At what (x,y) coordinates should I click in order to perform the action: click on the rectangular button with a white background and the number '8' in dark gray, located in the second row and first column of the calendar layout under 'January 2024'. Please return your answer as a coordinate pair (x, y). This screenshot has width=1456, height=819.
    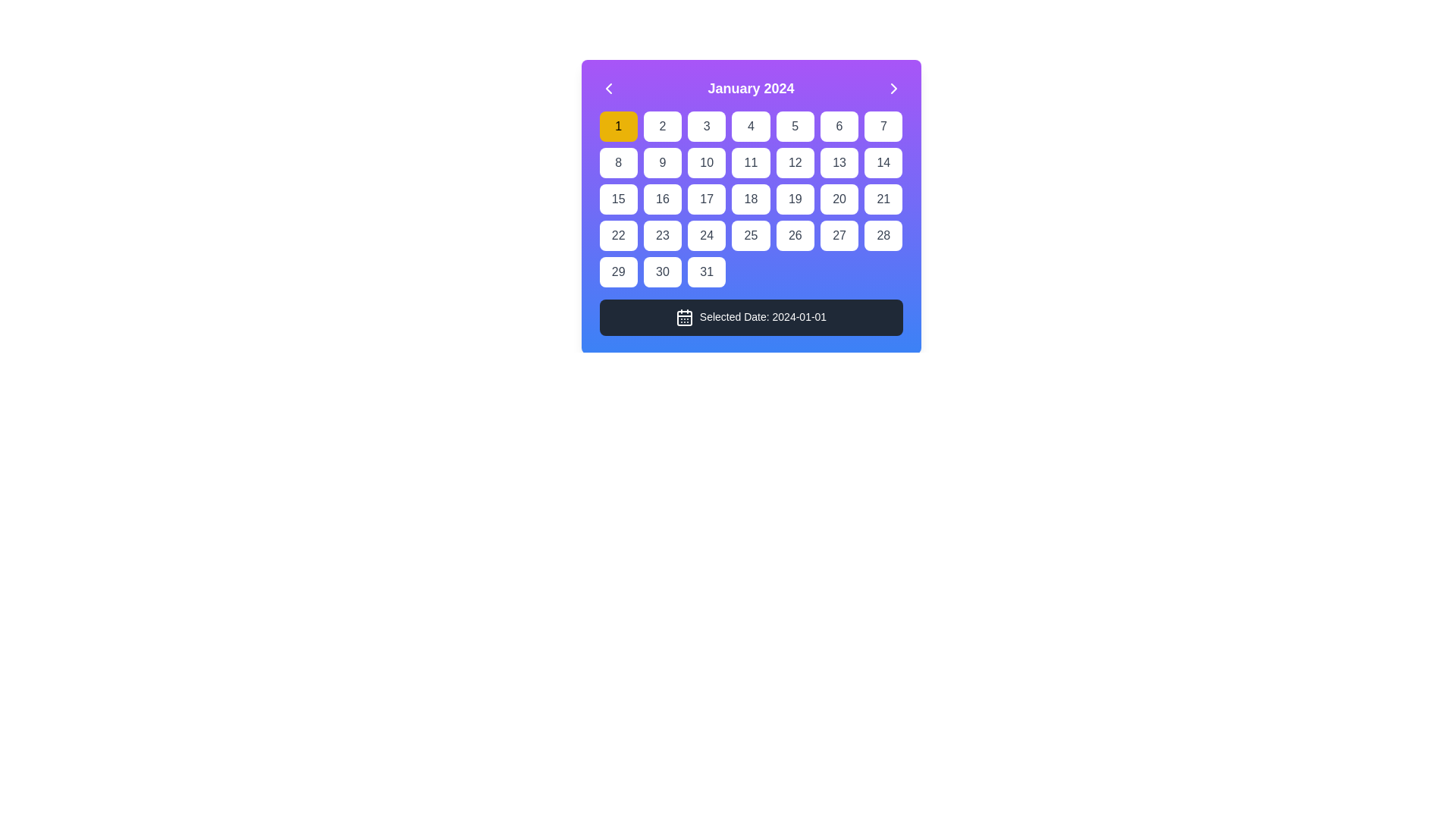
    Looking at the image, I should click on (618, 163).